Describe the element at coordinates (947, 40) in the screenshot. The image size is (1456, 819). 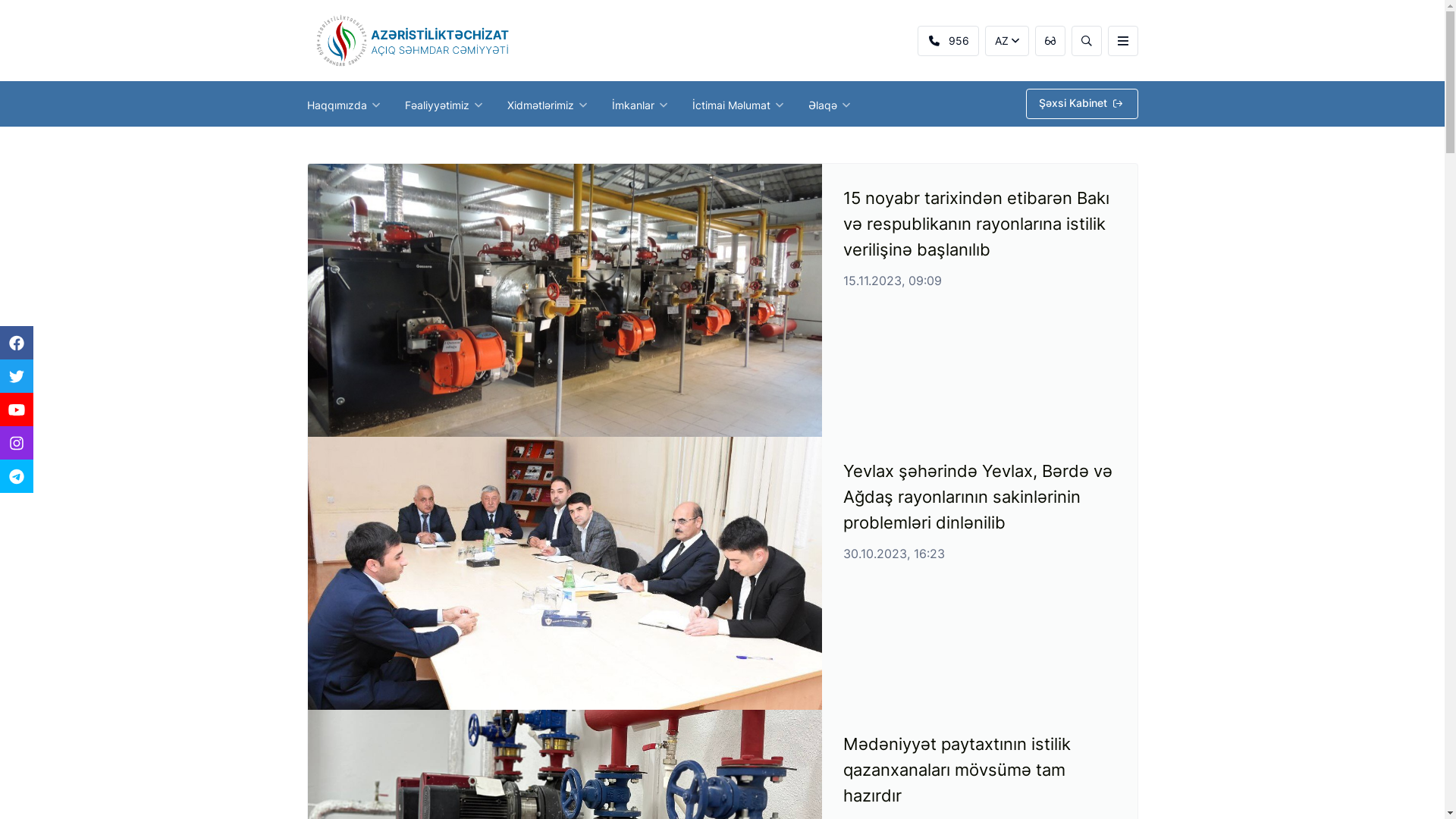
I see `'956'` at that location.